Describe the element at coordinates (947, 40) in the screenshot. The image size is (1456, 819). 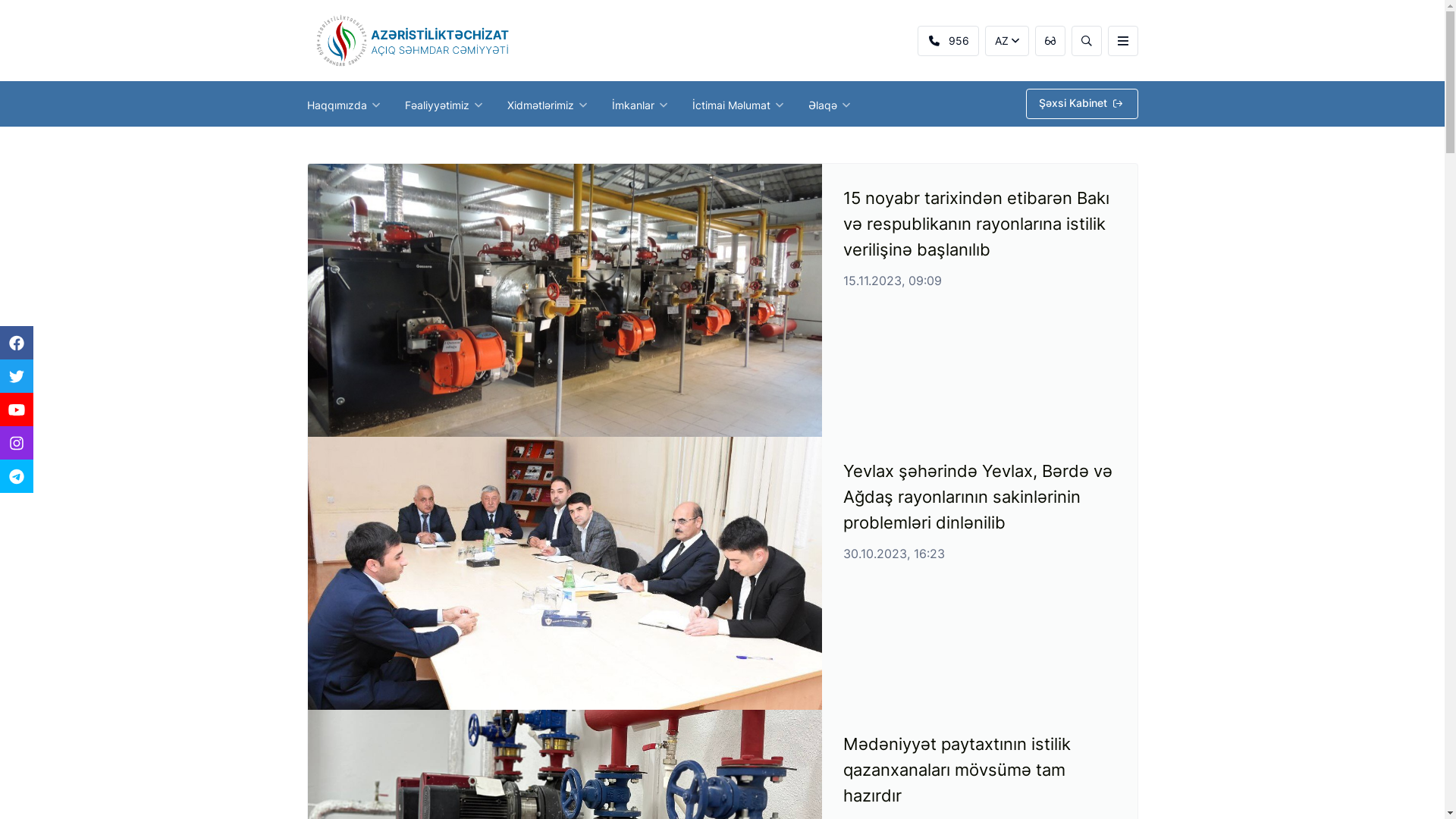
I see `'956'` at that location.